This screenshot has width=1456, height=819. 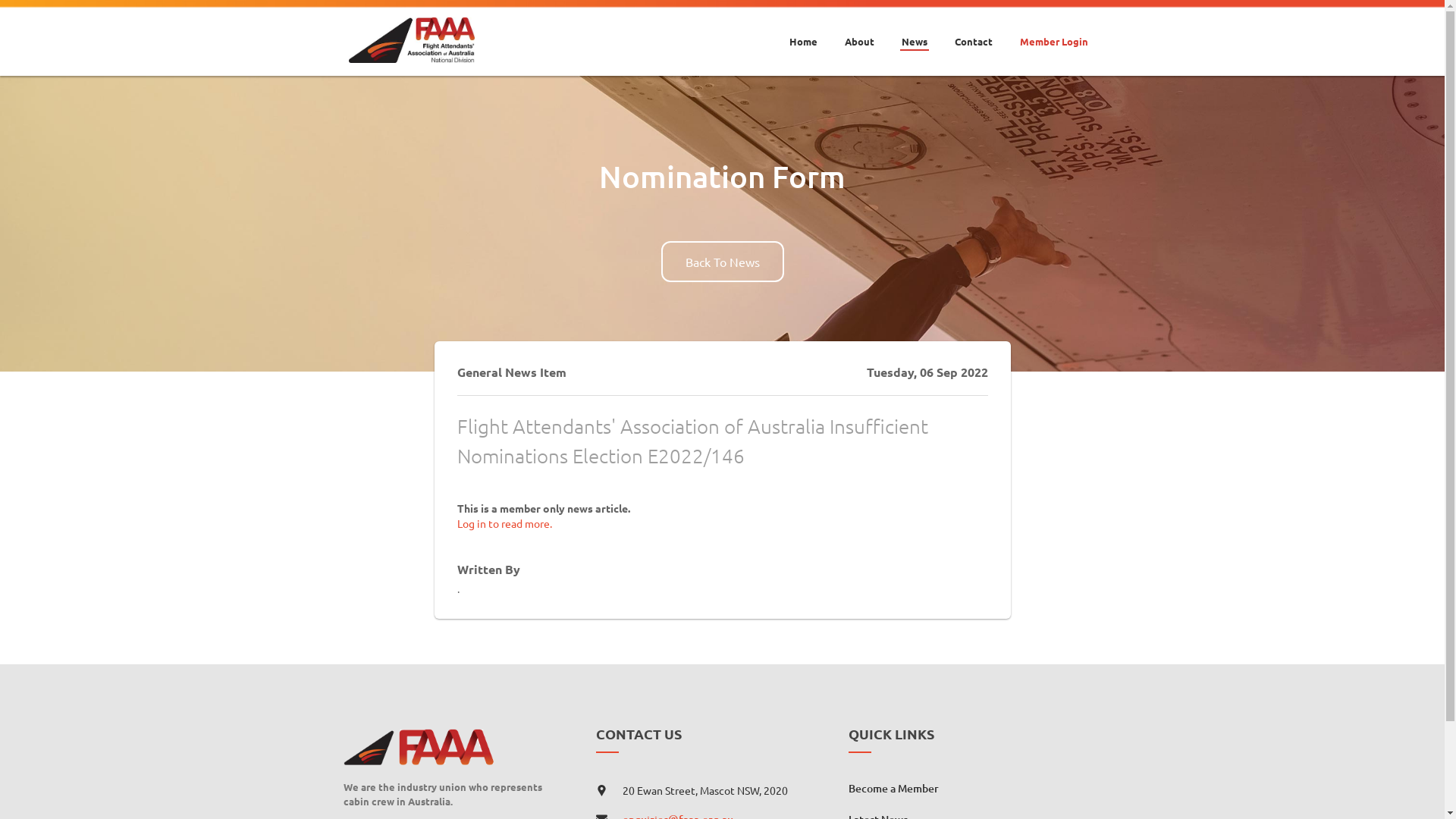 I want to click on 'Contact', so click(x=972, y=31).